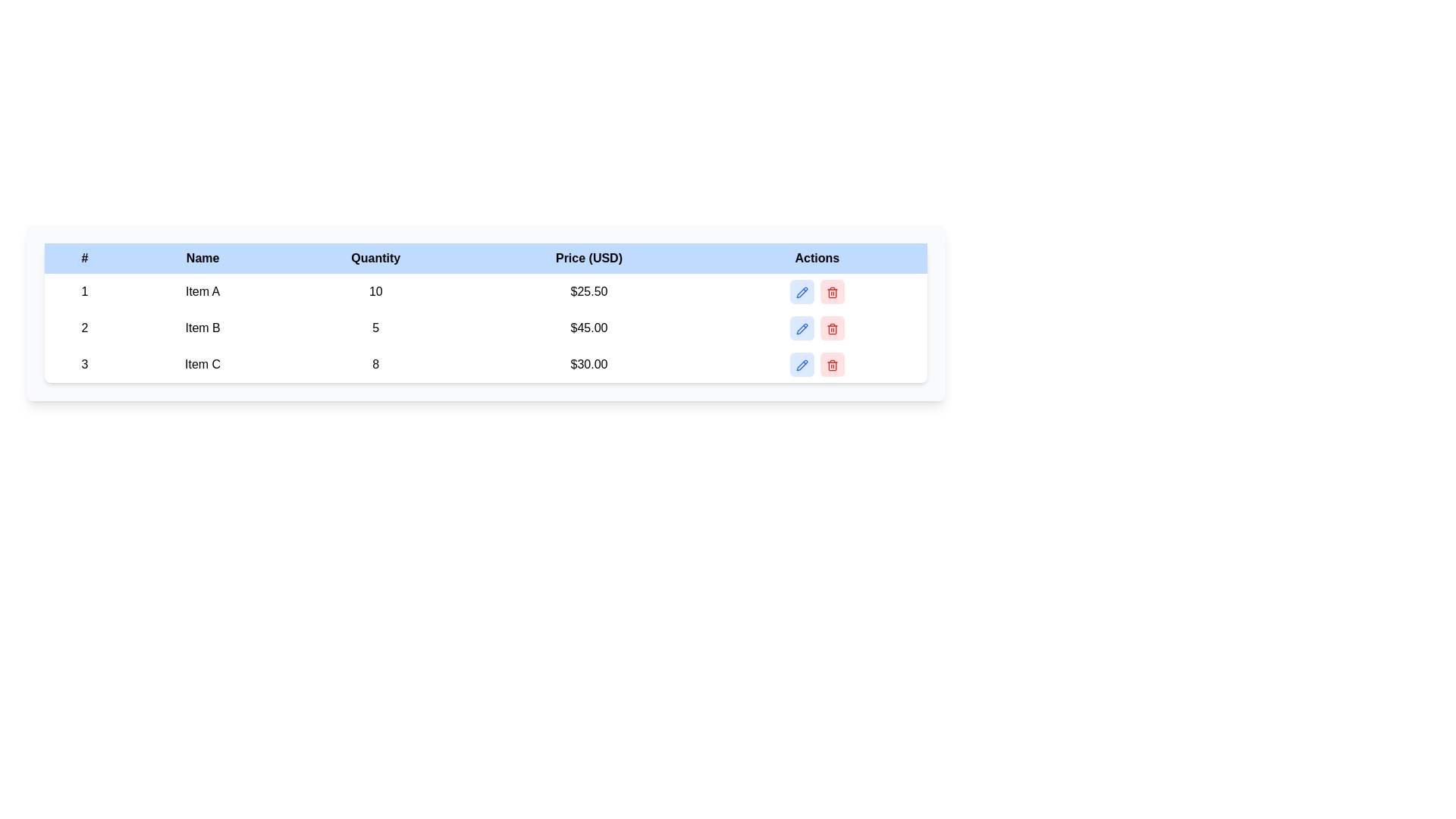 The image size is (1456, 819). What do you see at coordinates (801, 327) in the screenshot?
I see `the edit button located in the 'Actions' column of the second row within the data table to initiate an editing action` at bounding box center [801, 327].